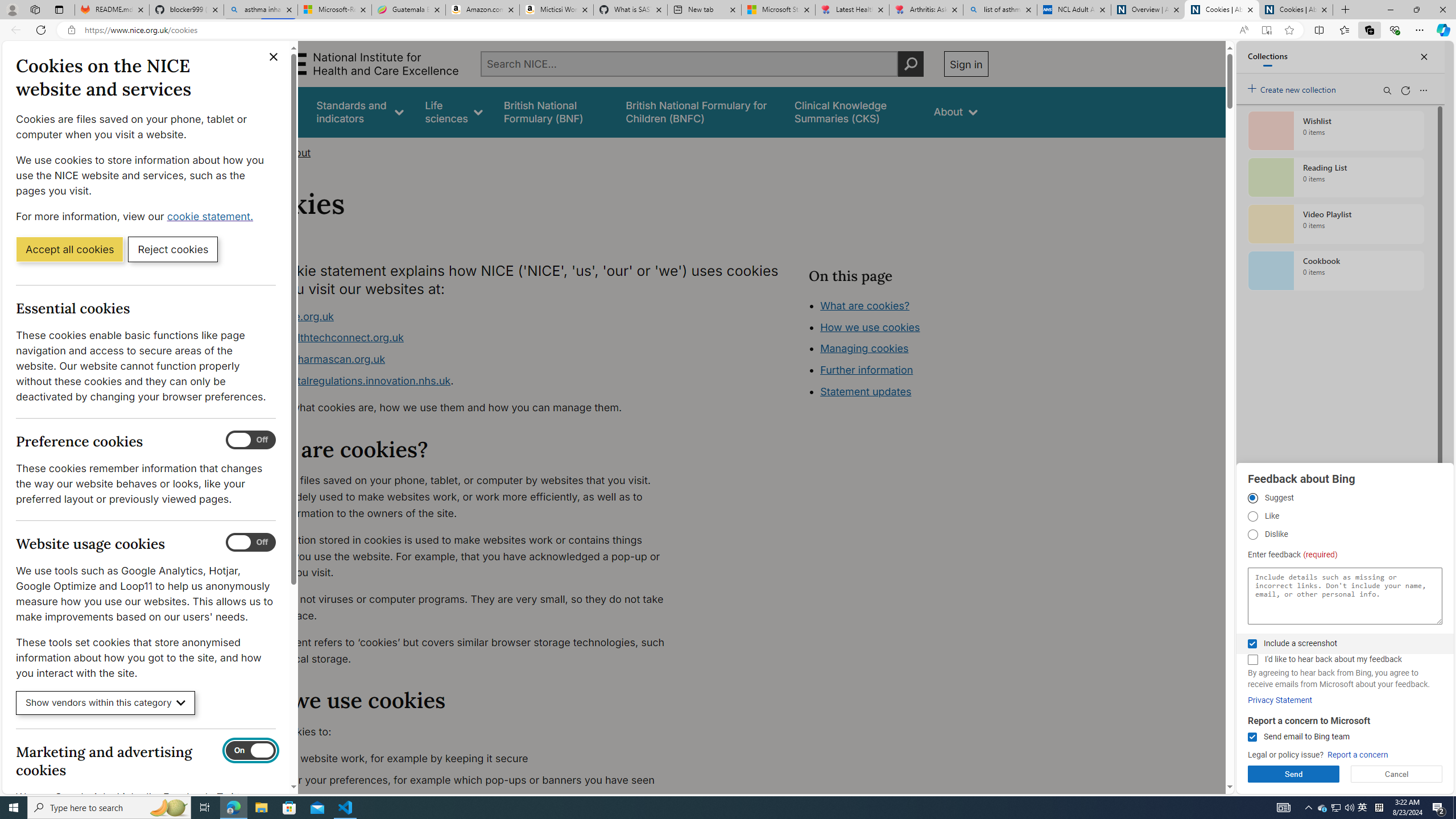 This screenshot has width=1456, height=819. I want to click on 'www.nice.org.uk', so click(292, 316).